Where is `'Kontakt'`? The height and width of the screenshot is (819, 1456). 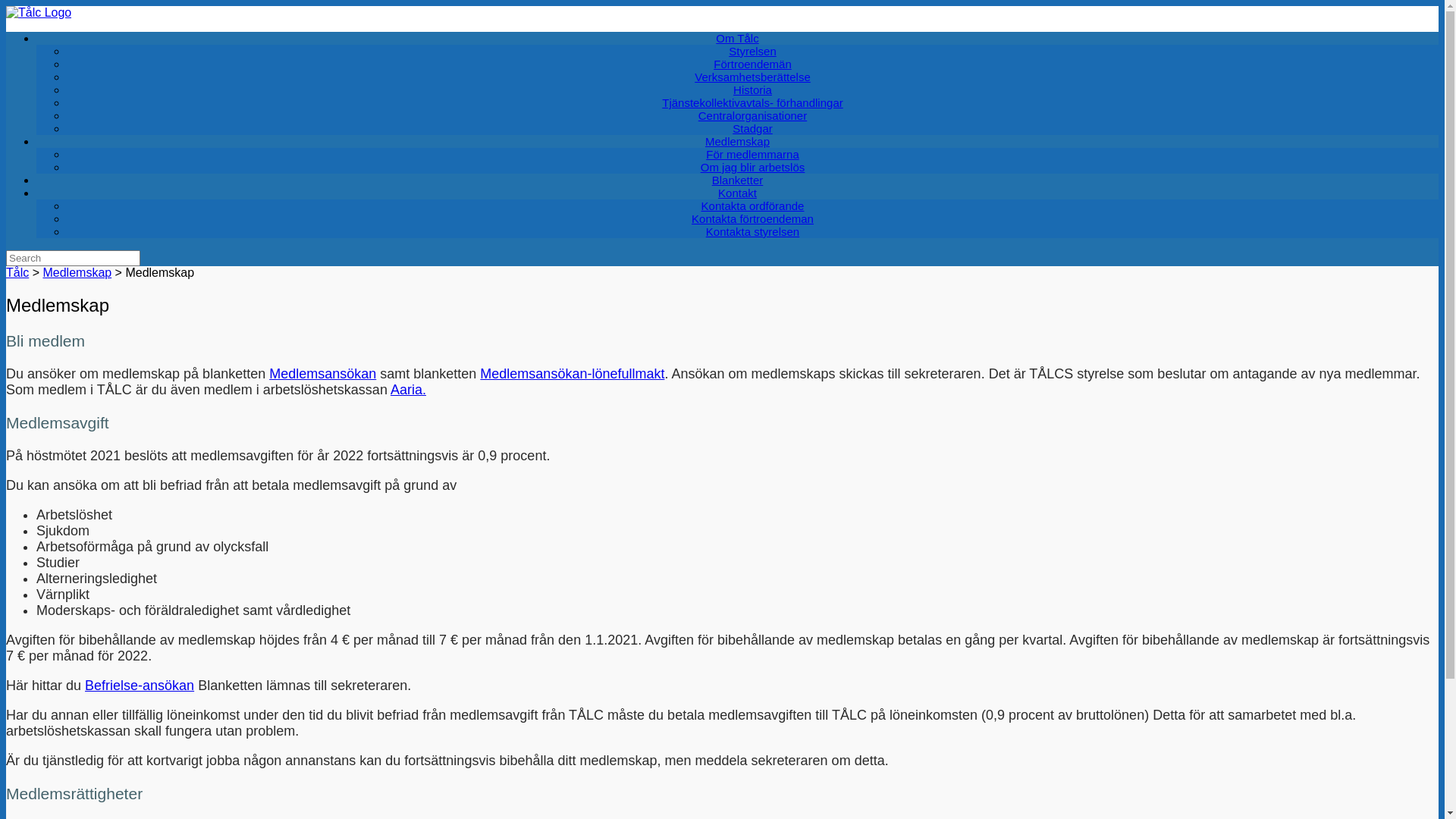
'Kontakt' is located at coordinates (737, 192).